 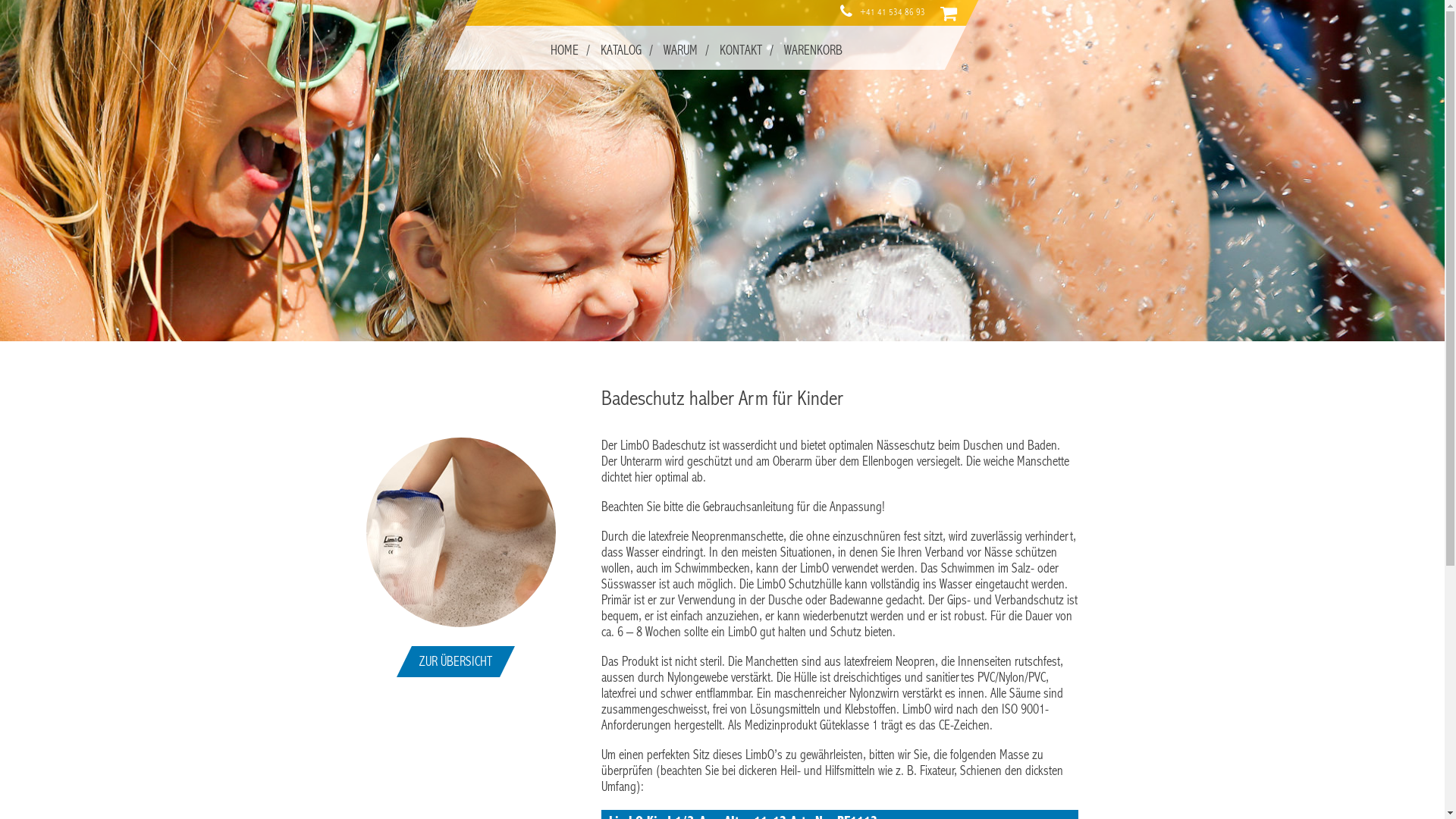 I want to click on 'WARUM', so click(x=679, y=49).